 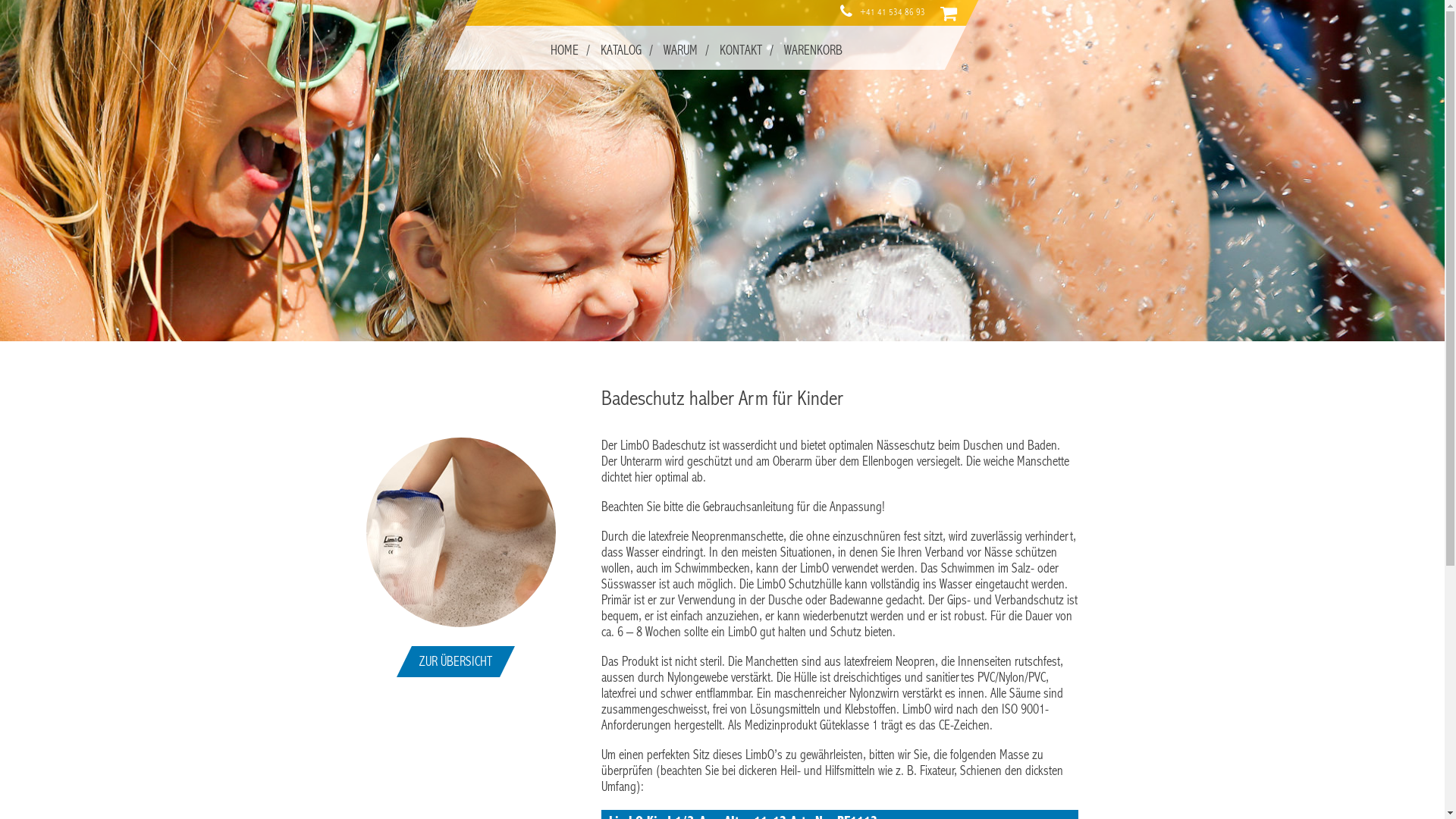 I want to click on 'WARUM', so click(x=679, y=49).